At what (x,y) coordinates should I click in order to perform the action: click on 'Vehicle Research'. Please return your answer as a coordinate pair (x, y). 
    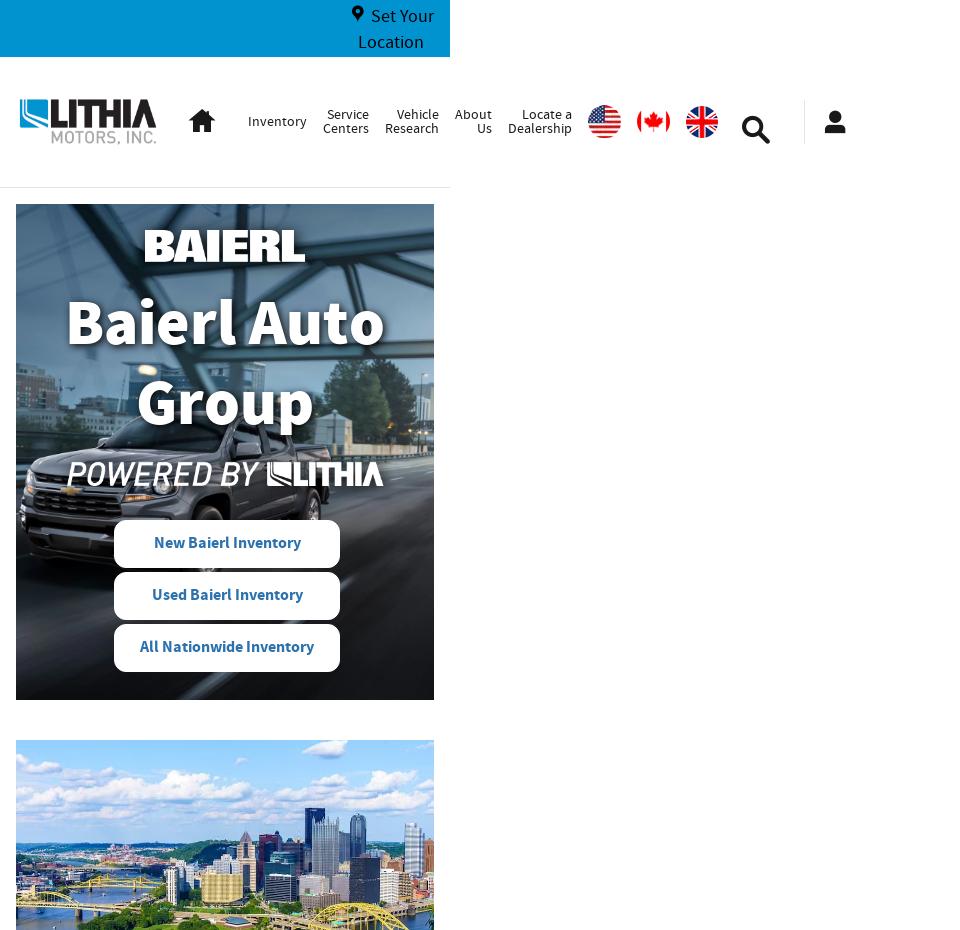
    Looking at the image, I should click on (383, 120).